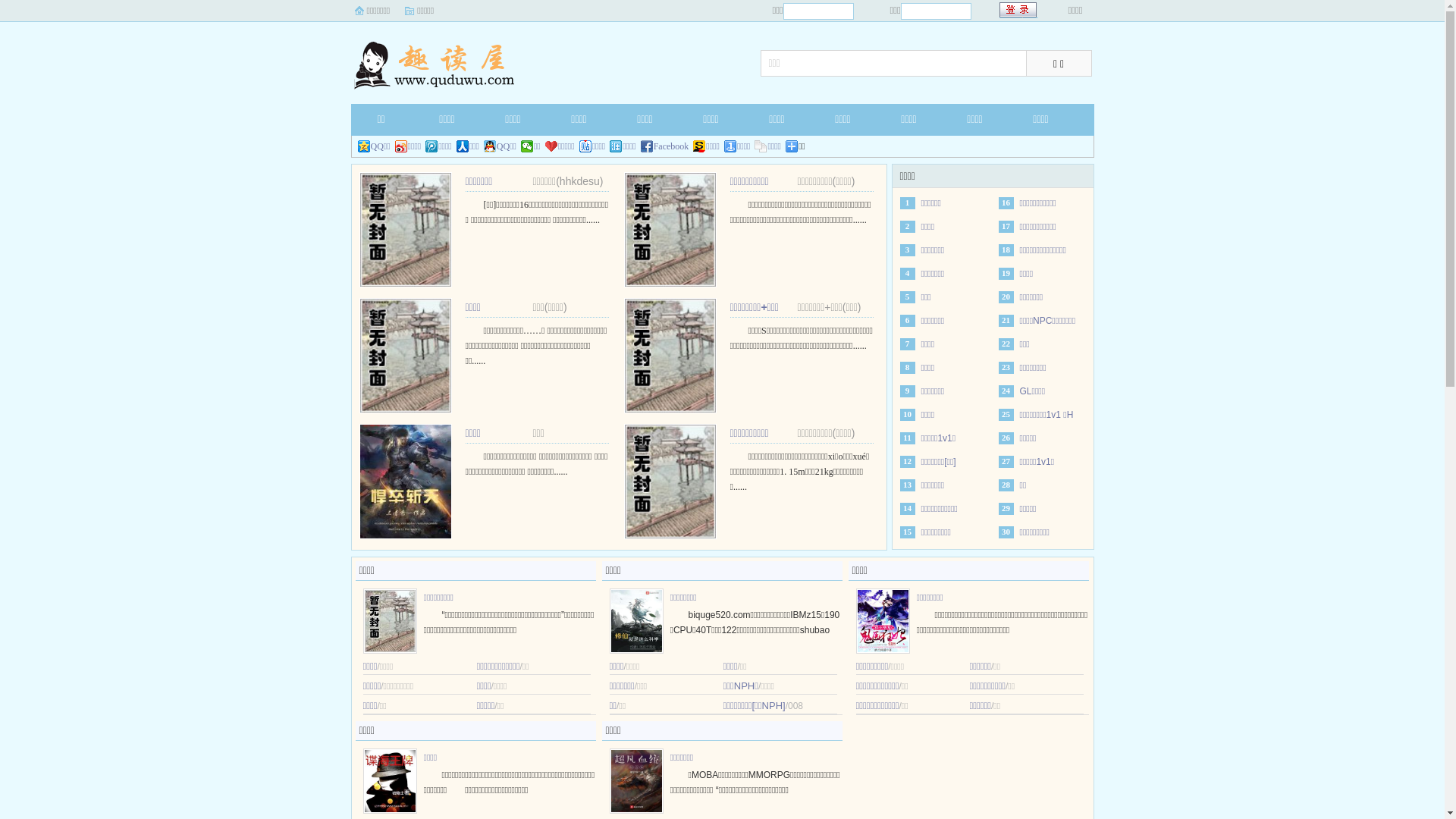 This screenshot has height=819, width=1456. What do you see at coordinates (665, 146) in the screenshot?
I see `'Facebook'` at bounding box center [665, 146].